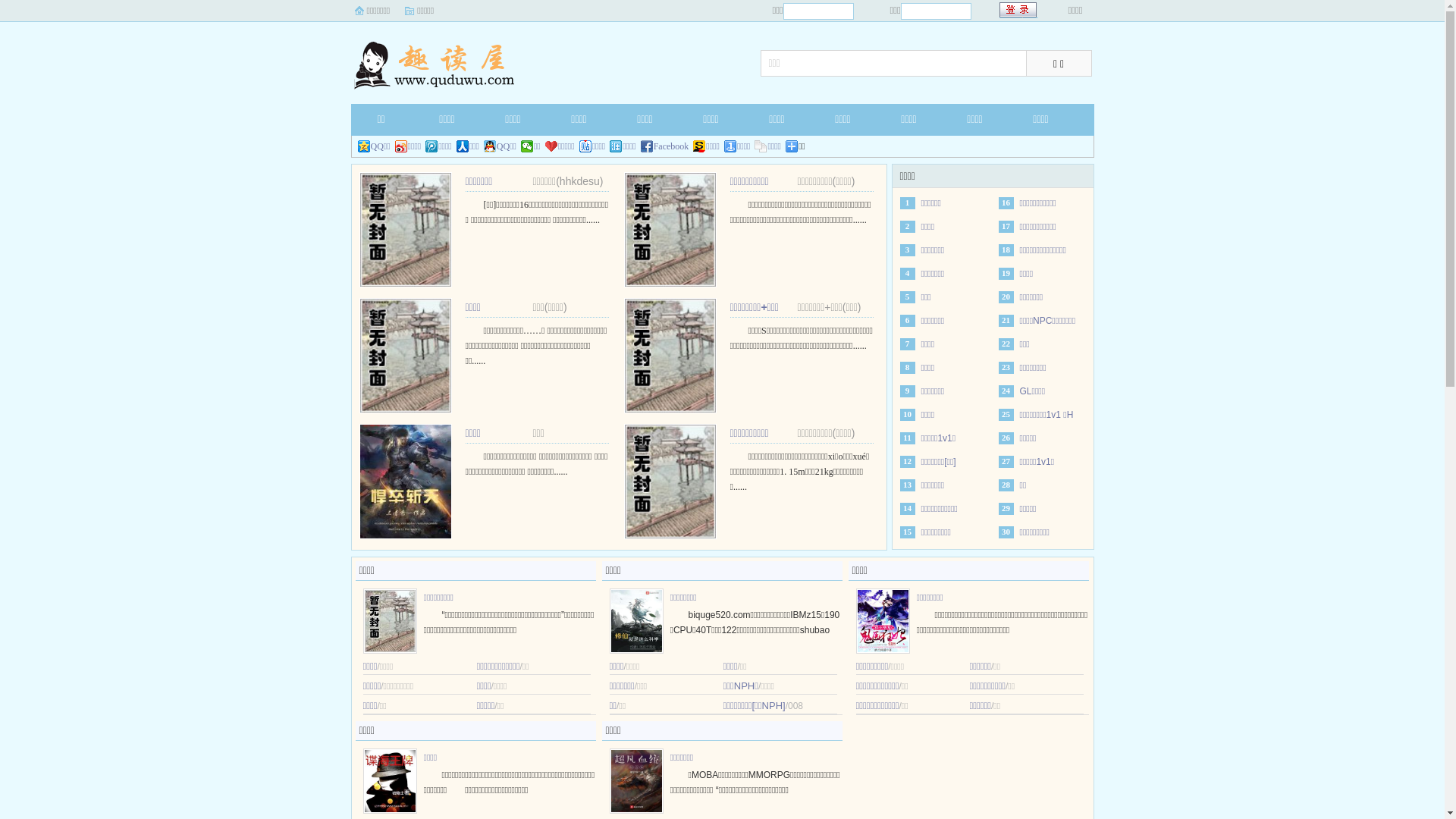 This screenshot has height=819, width=1456. What do you see at coordinates (665, 146) in the screenshot?
I see `'Facebook'` at bounding box center [665, 146].